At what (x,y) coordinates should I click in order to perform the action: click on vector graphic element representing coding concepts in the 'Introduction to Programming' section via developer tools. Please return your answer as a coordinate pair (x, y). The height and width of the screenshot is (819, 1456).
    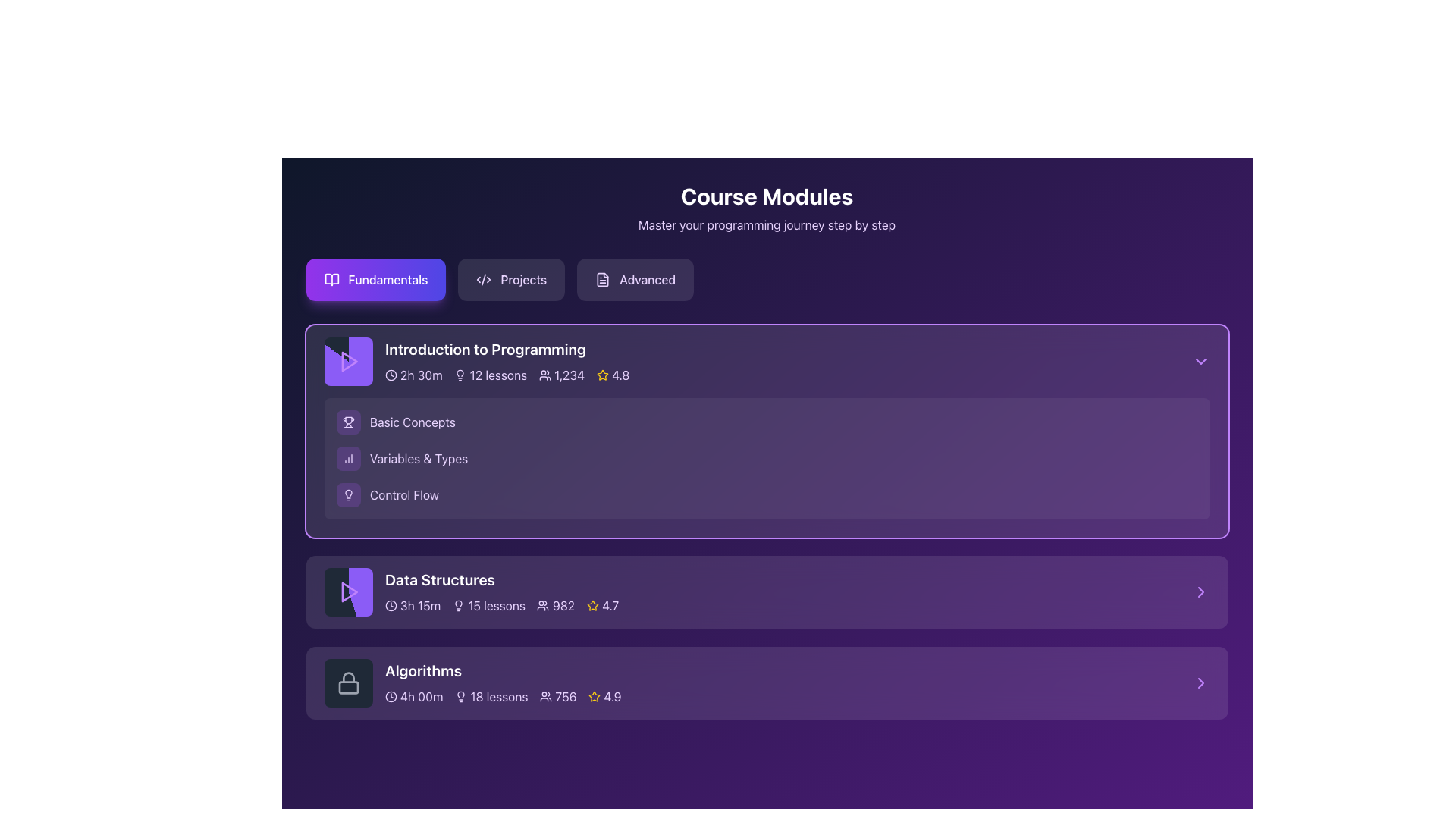
    Looking at the image, I should click on (483, 280).